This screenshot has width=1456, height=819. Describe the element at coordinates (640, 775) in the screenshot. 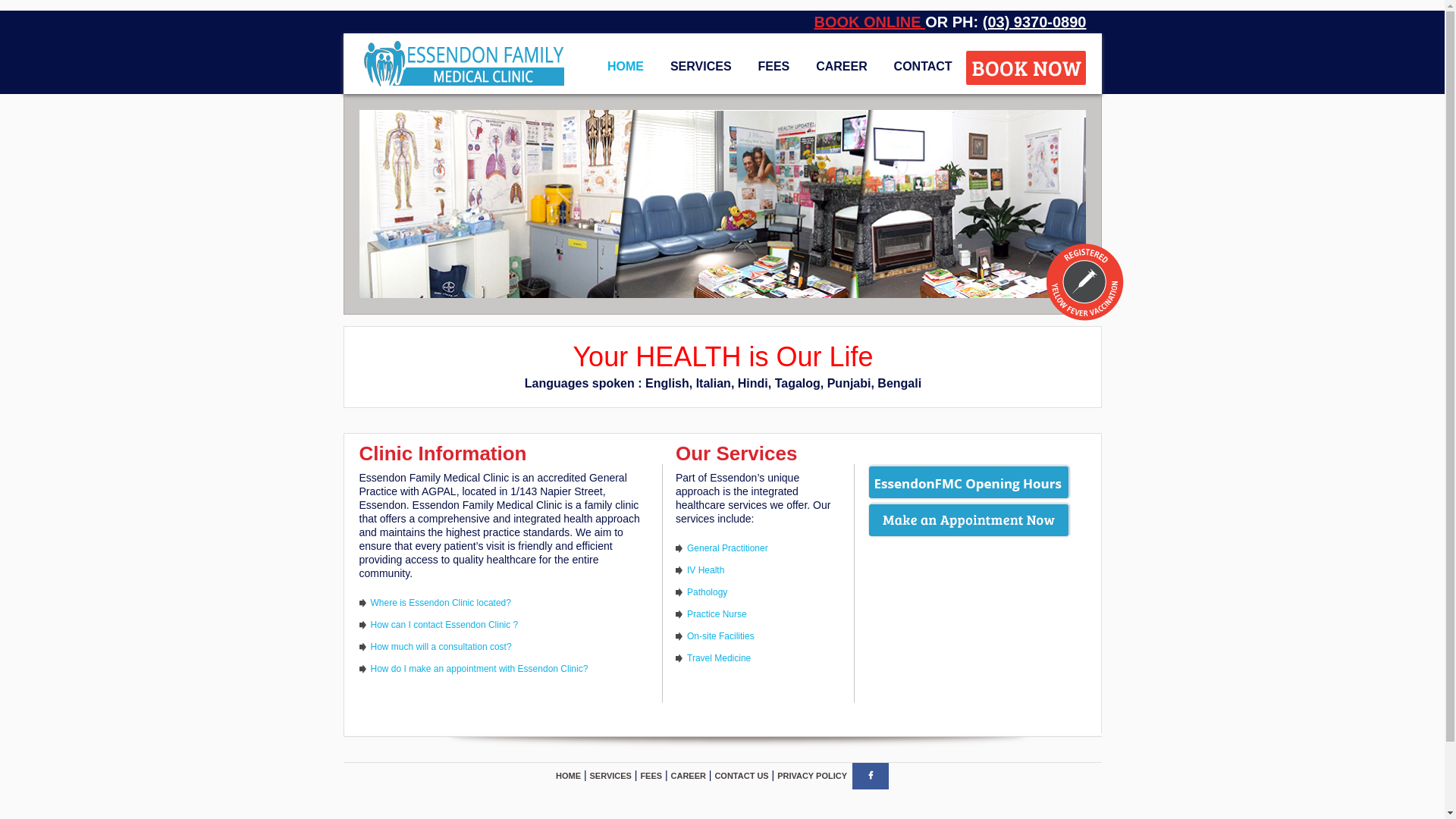

I see `'FEES'` at that location.